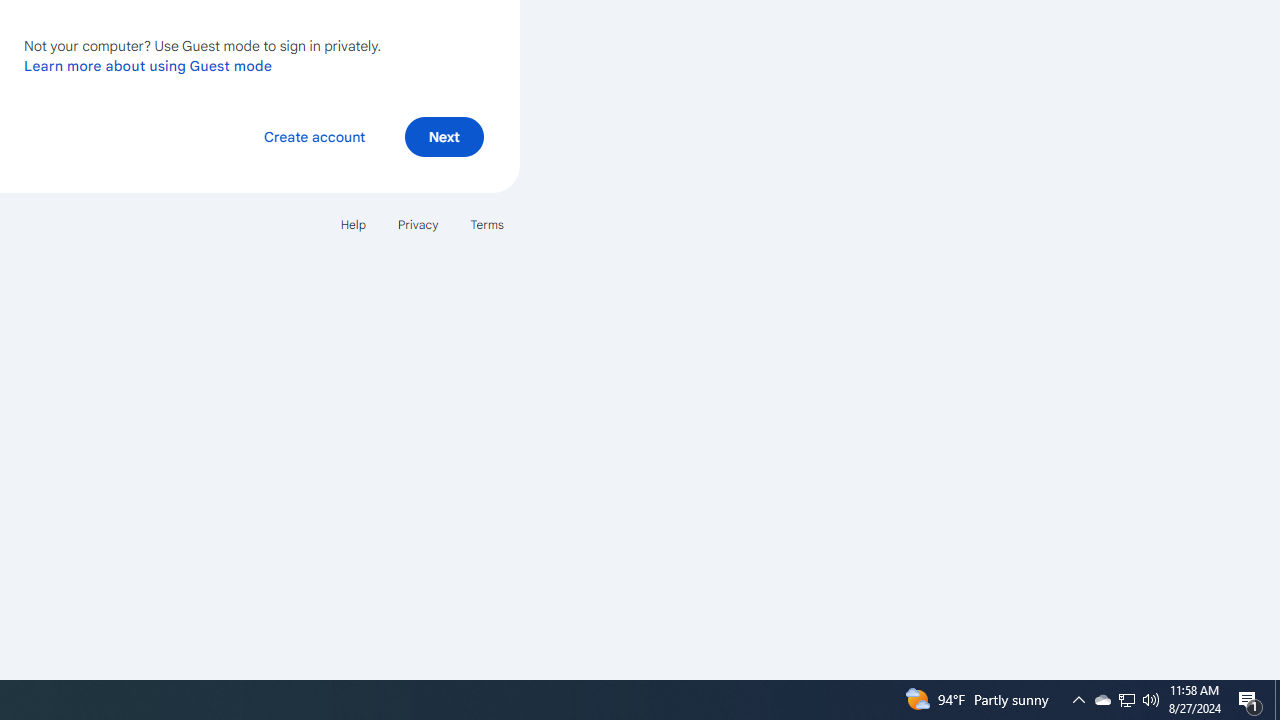 The image size is (1280, 720). What do you see at coordinates (487, 224) in the screenshot?
I see `'Terms'` at bounding box center [487, 224].